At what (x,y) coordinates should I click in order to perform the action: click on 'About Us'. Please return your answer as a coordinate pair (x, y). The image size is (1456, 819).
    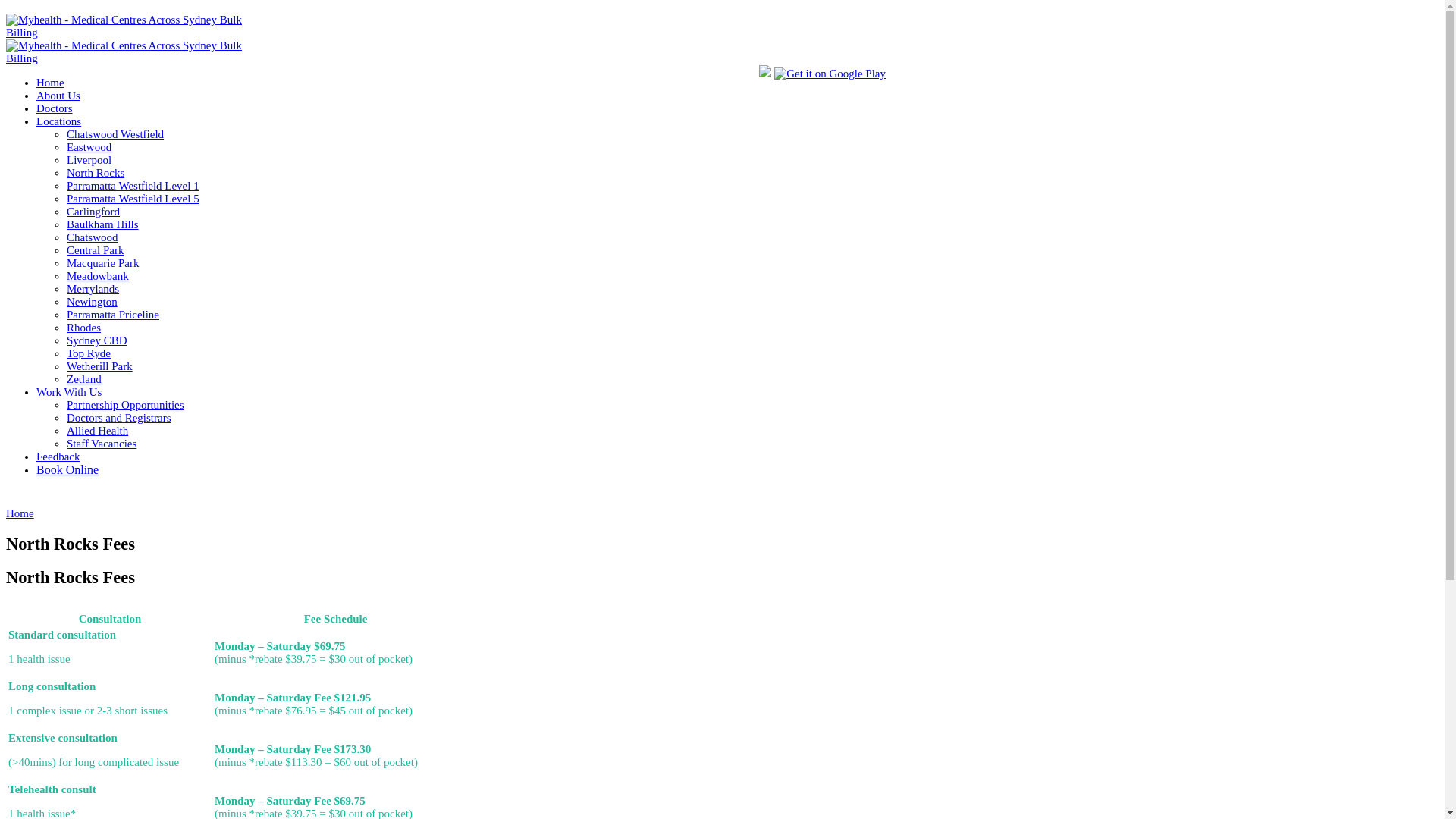
    Looking at the image, I should click on (58, 96).